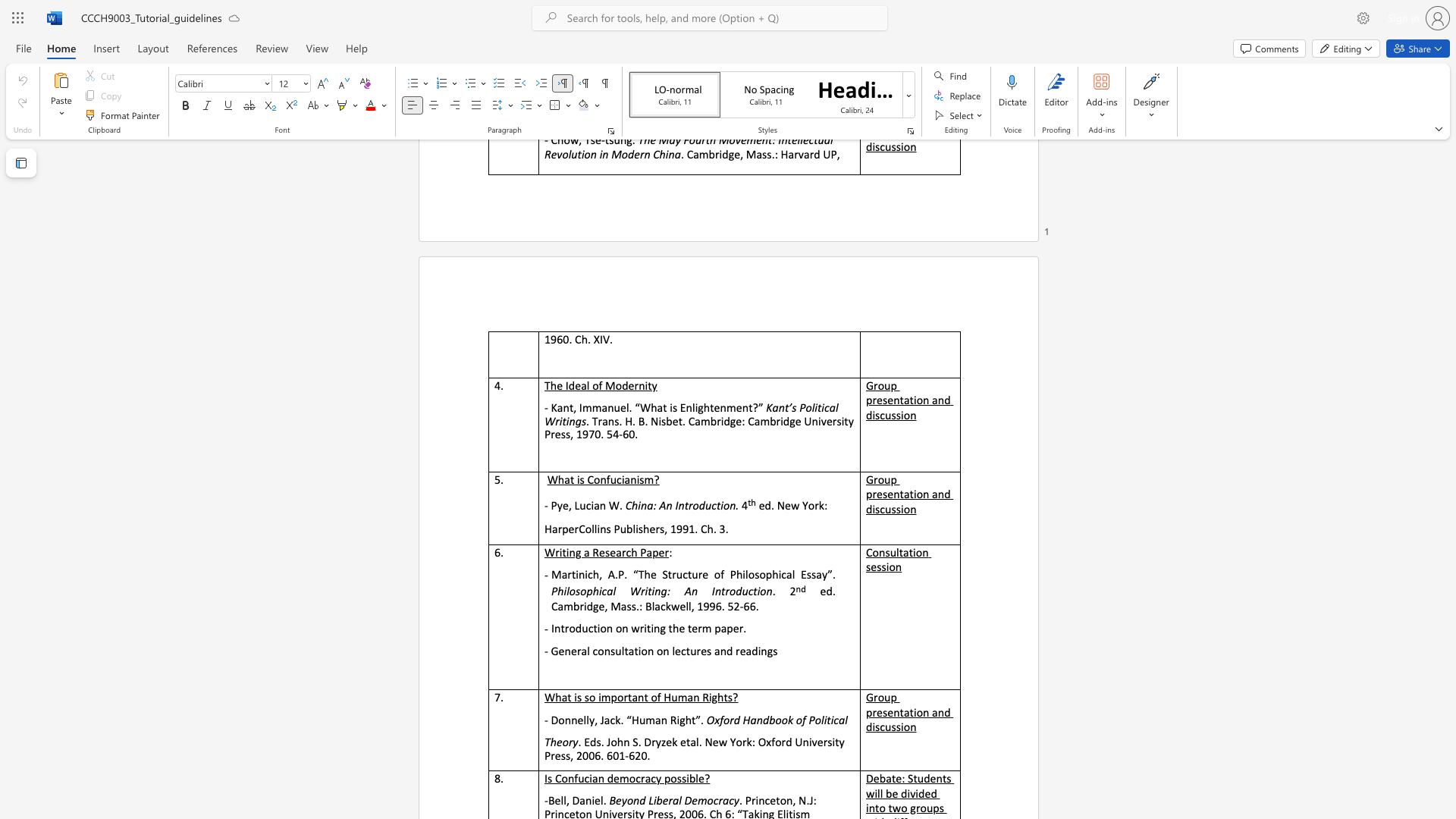  I want to click on the subset text "cal Writ" within the text "Philosophical Writing: An Introduction", so click(601, 591).